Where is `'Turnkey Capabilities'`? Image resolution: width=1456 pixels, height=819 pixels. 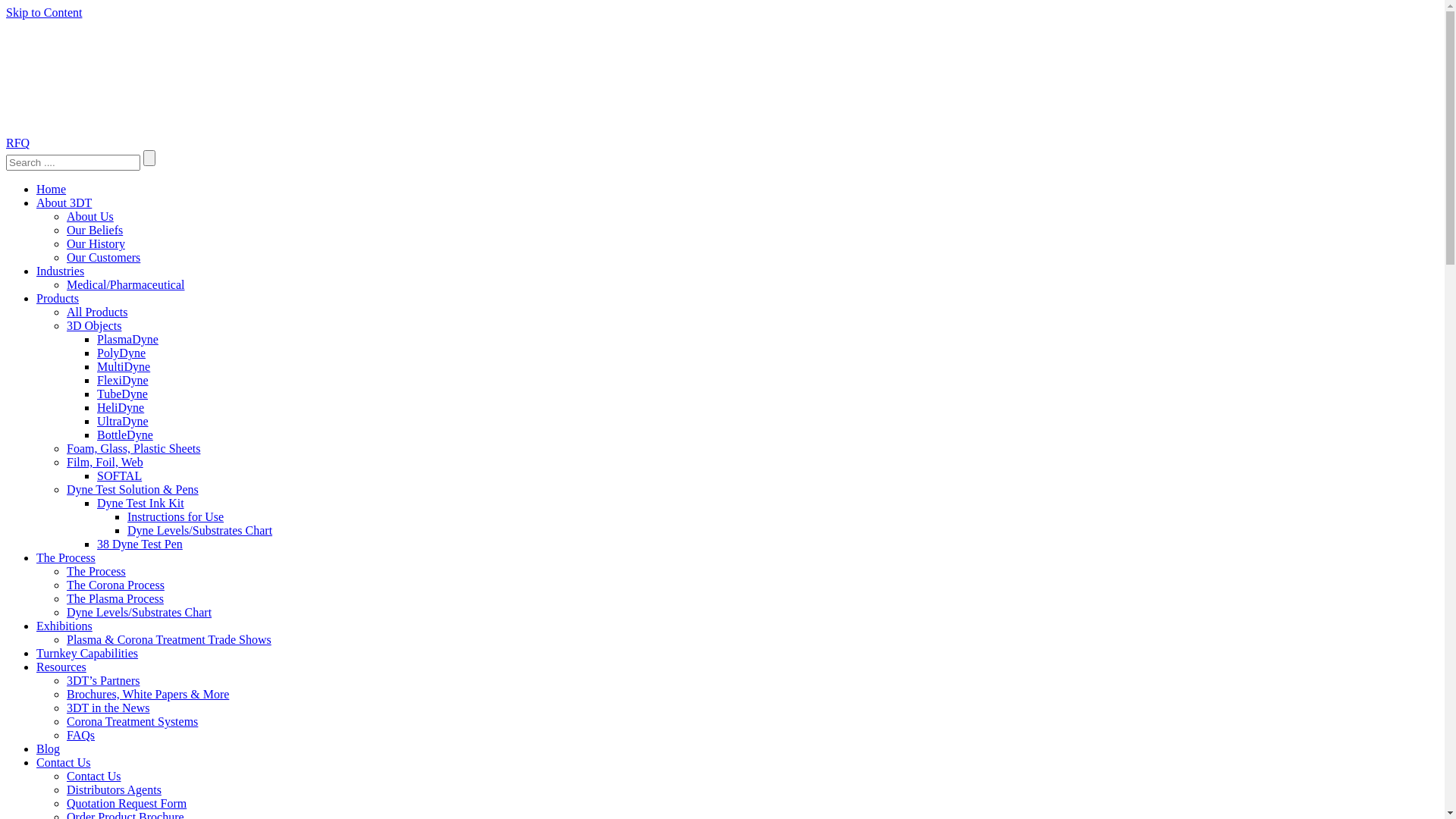 'Turnkey Capabilities' is located at coordinates (86, 652).